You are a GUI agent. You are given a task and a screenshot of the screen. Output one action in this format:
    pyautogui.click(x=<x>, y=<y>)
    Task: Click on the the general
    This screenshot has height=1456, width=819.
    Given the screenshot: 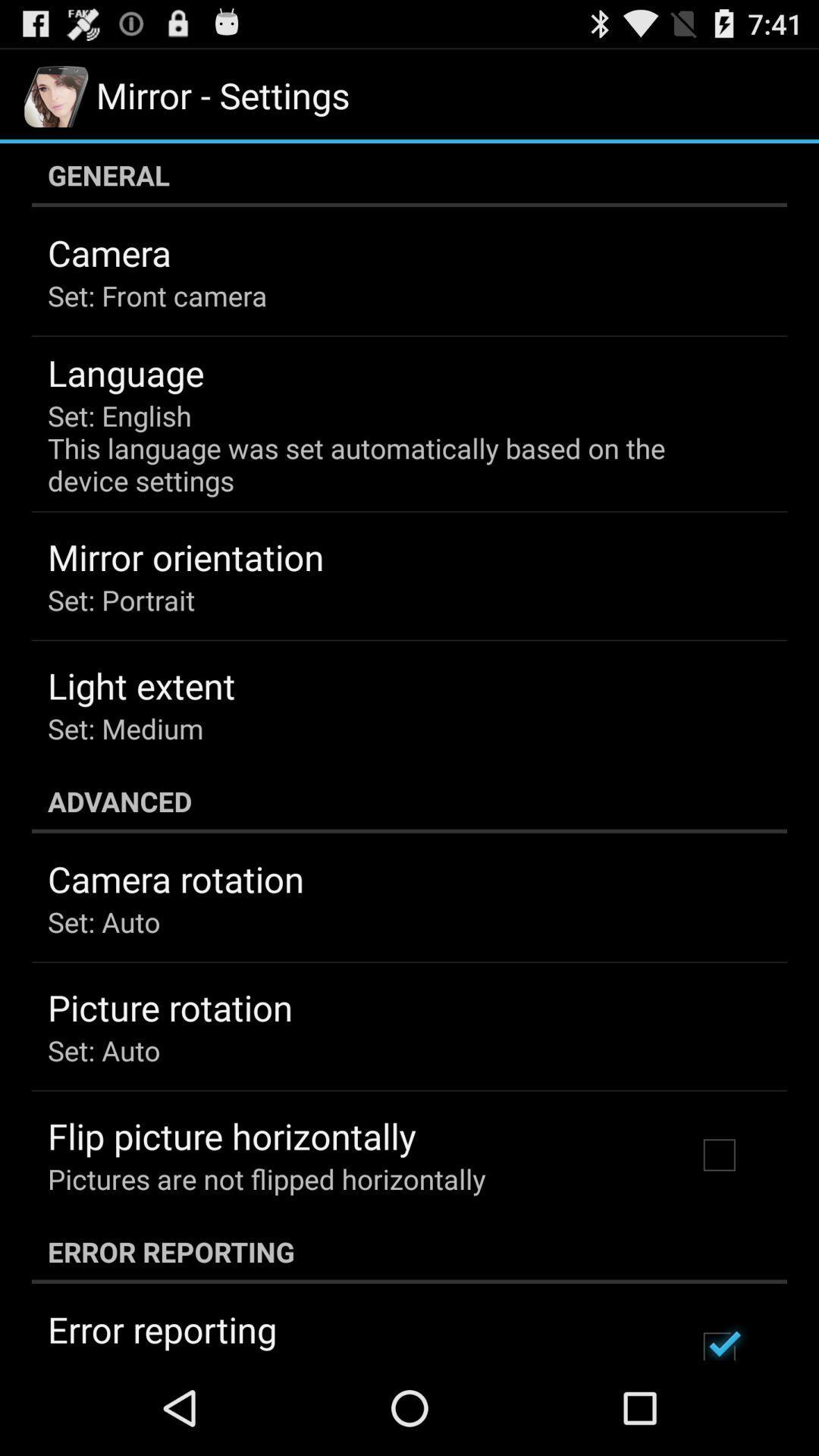 What is the action you would take?
    pyautogui.click(x=409, y=174)
    